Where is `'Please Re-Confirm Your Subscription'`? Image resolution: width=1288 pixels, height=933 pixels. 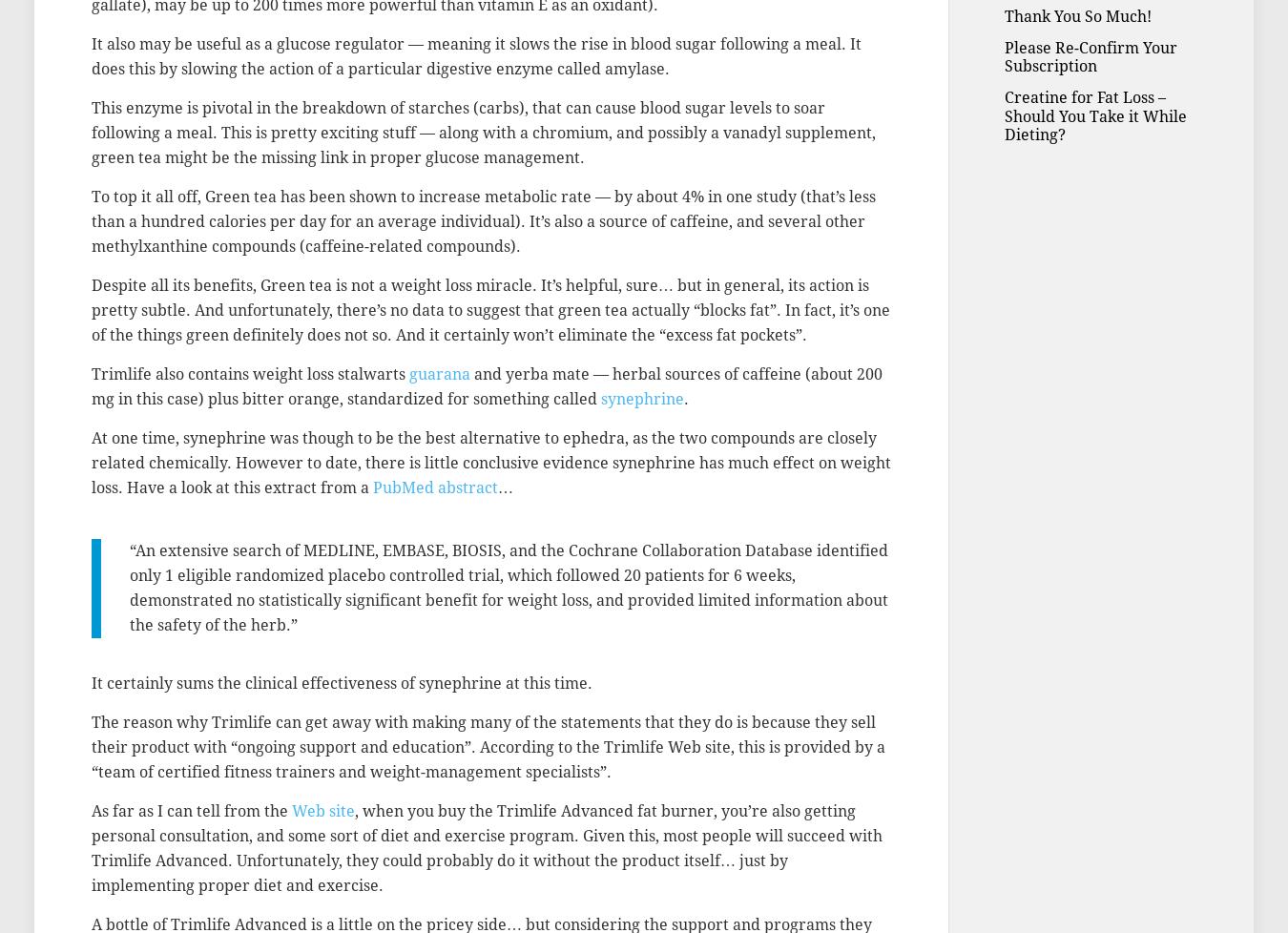 'Please Re-Confirm Your Subscription' is located at coordinates (1090, 56).